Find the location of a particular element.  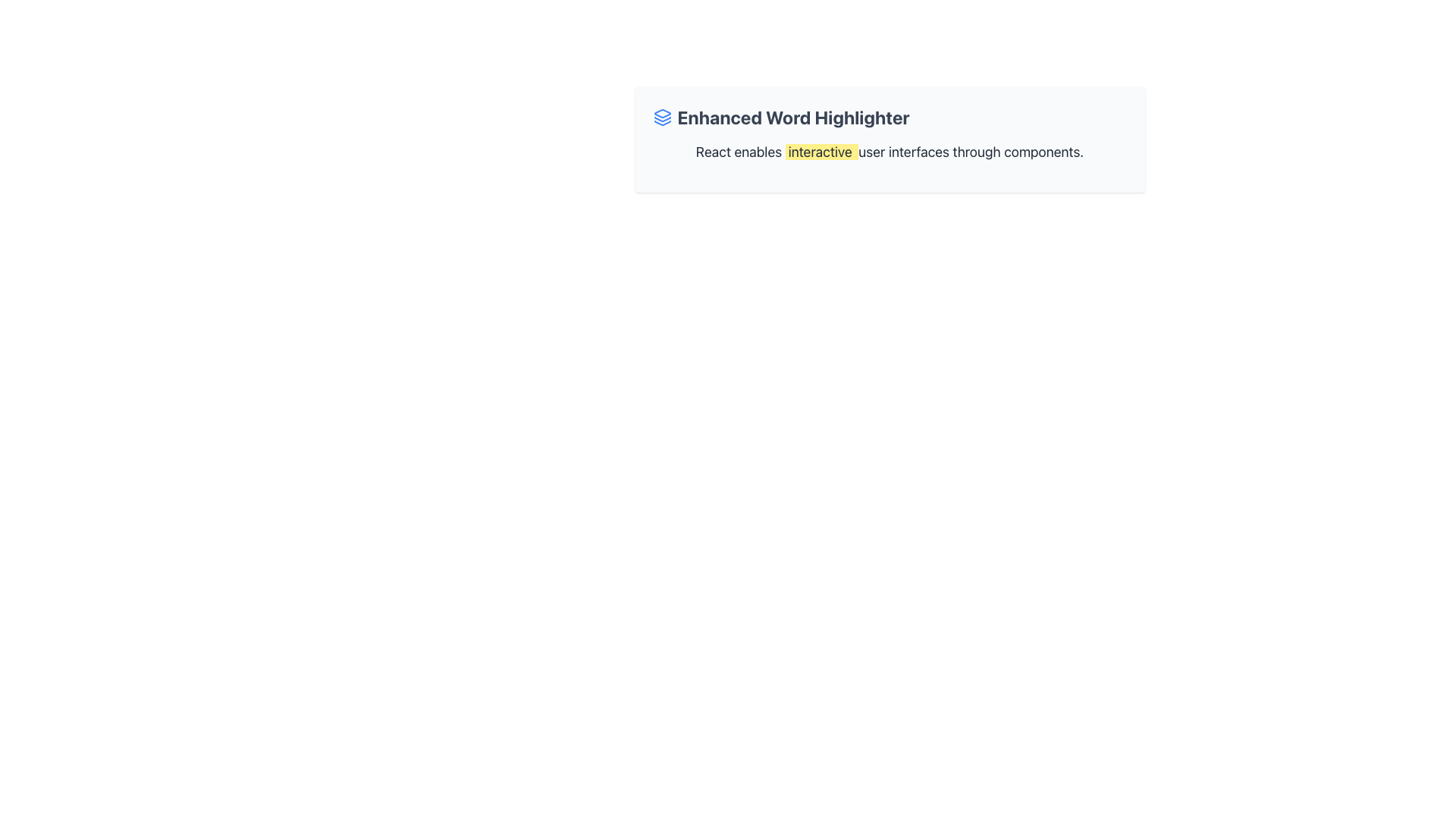

the text label that serves as a keyword for 'React' is located at coordinates (714, 152).